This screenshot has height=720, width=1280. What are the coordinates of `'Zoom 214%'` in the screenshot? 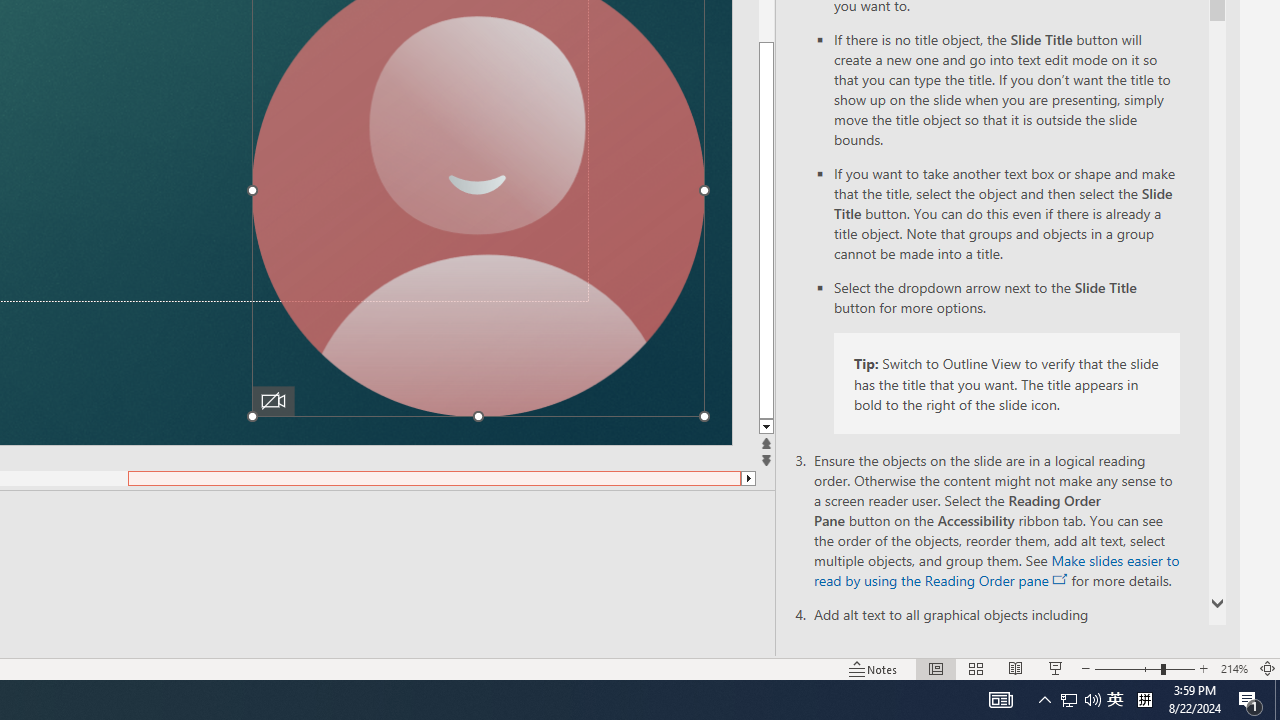 It's located at (1233, 669).